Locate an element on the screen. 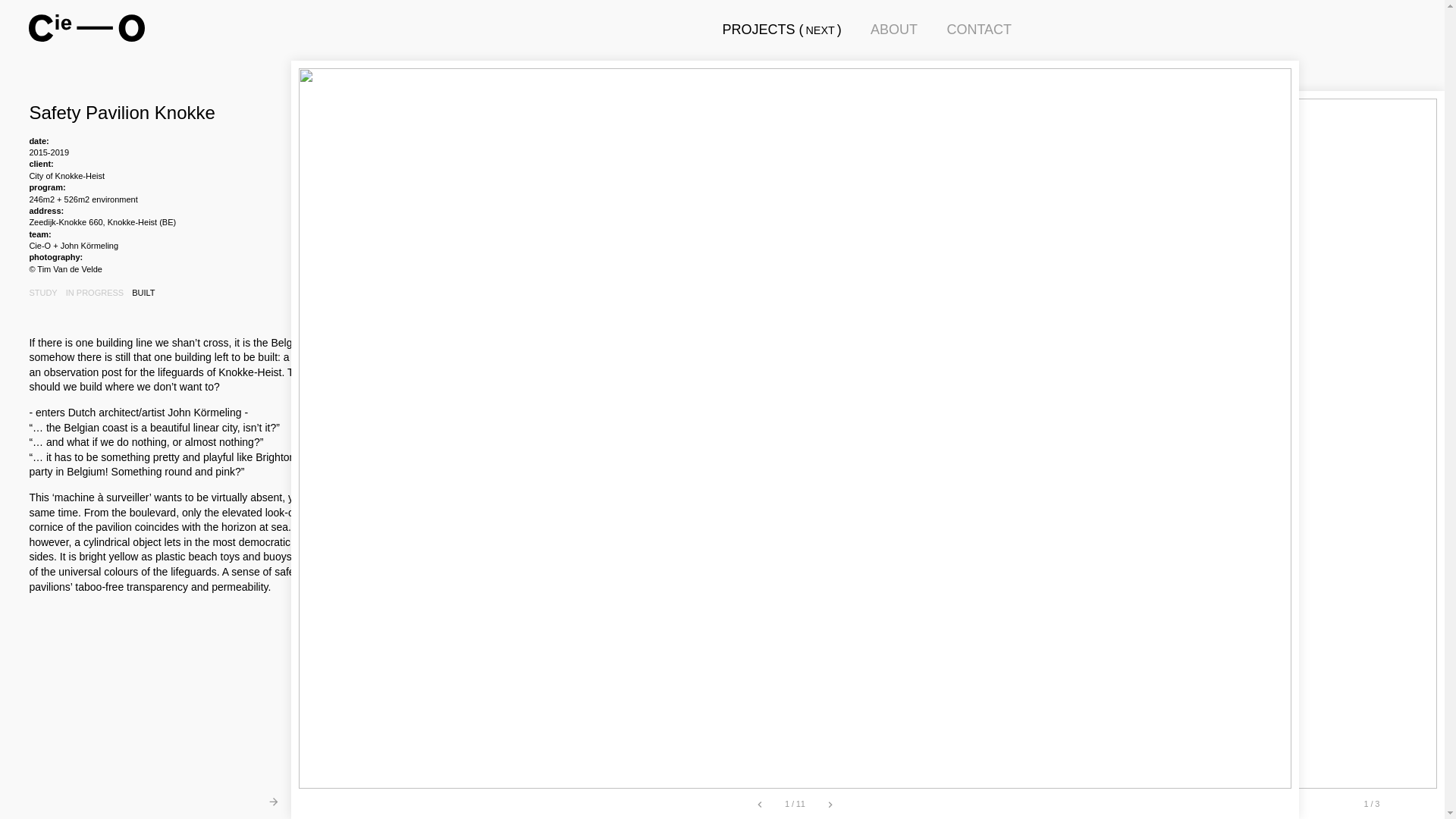  'NEXT' is located at coordinates (818, 30).